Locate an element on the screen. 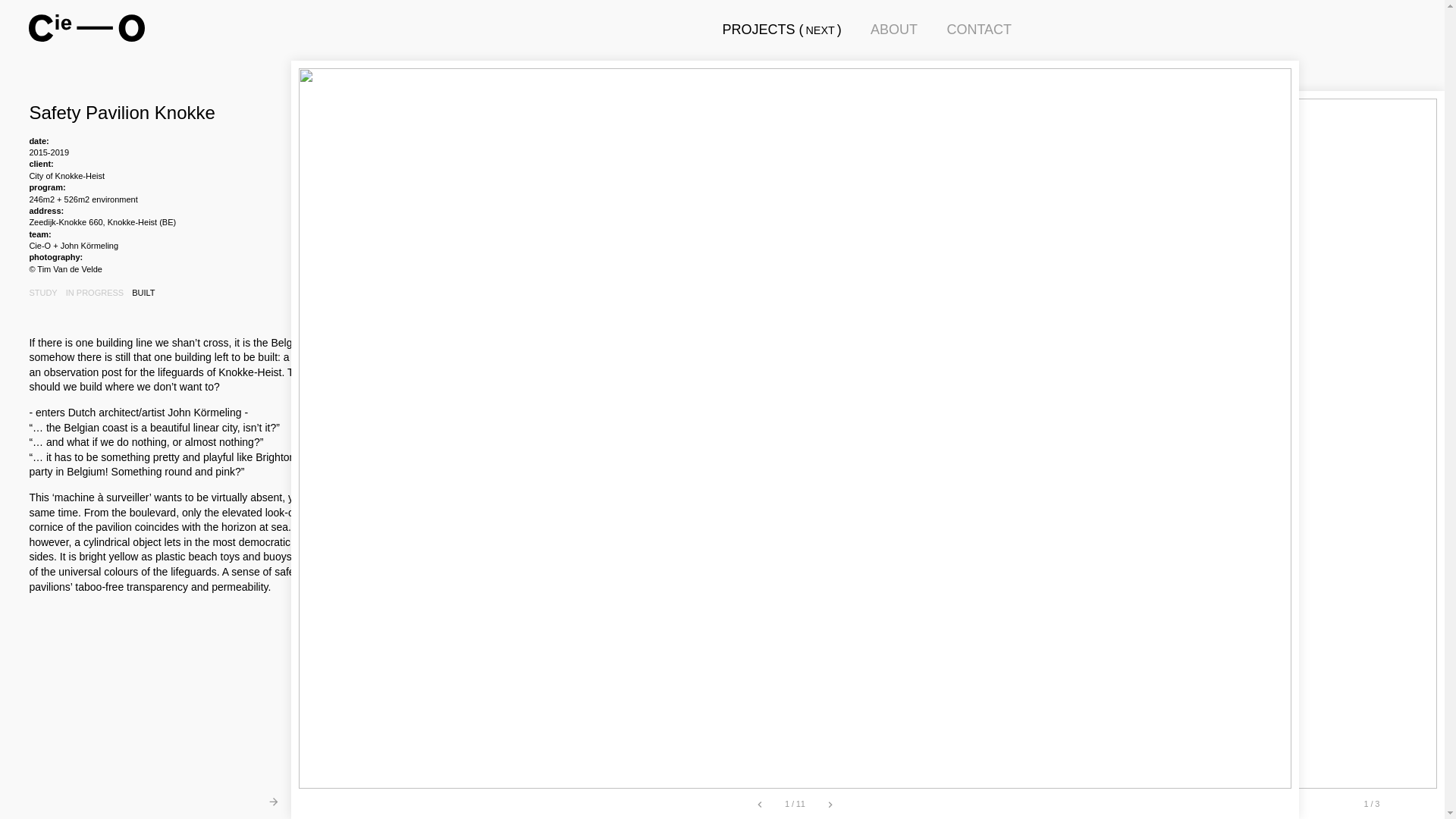  'NEXT' is located at coordinates (818, 30).